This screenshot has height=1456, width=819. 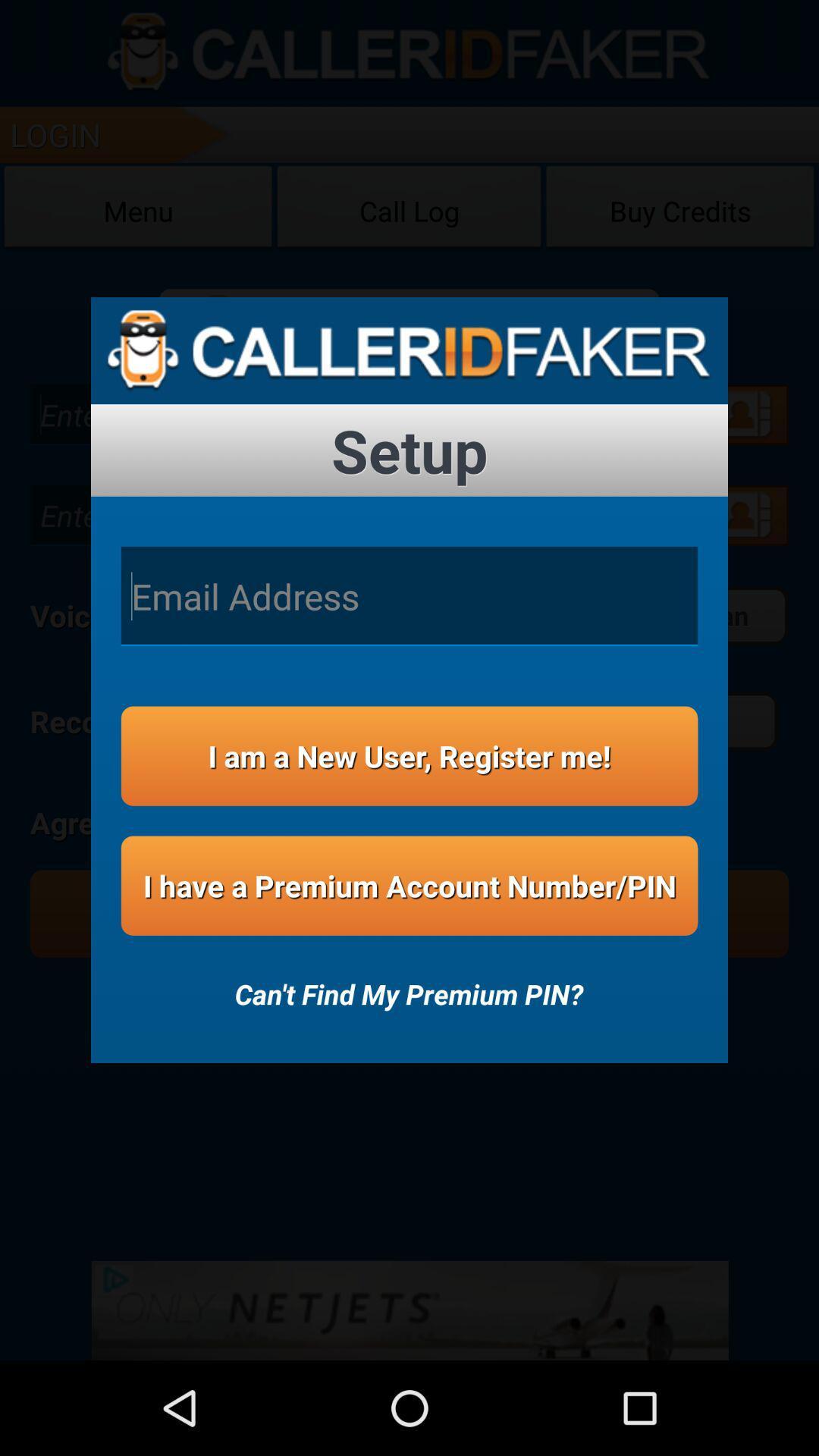 I want to click on icon above the setup app, so click(x=409, y=350).